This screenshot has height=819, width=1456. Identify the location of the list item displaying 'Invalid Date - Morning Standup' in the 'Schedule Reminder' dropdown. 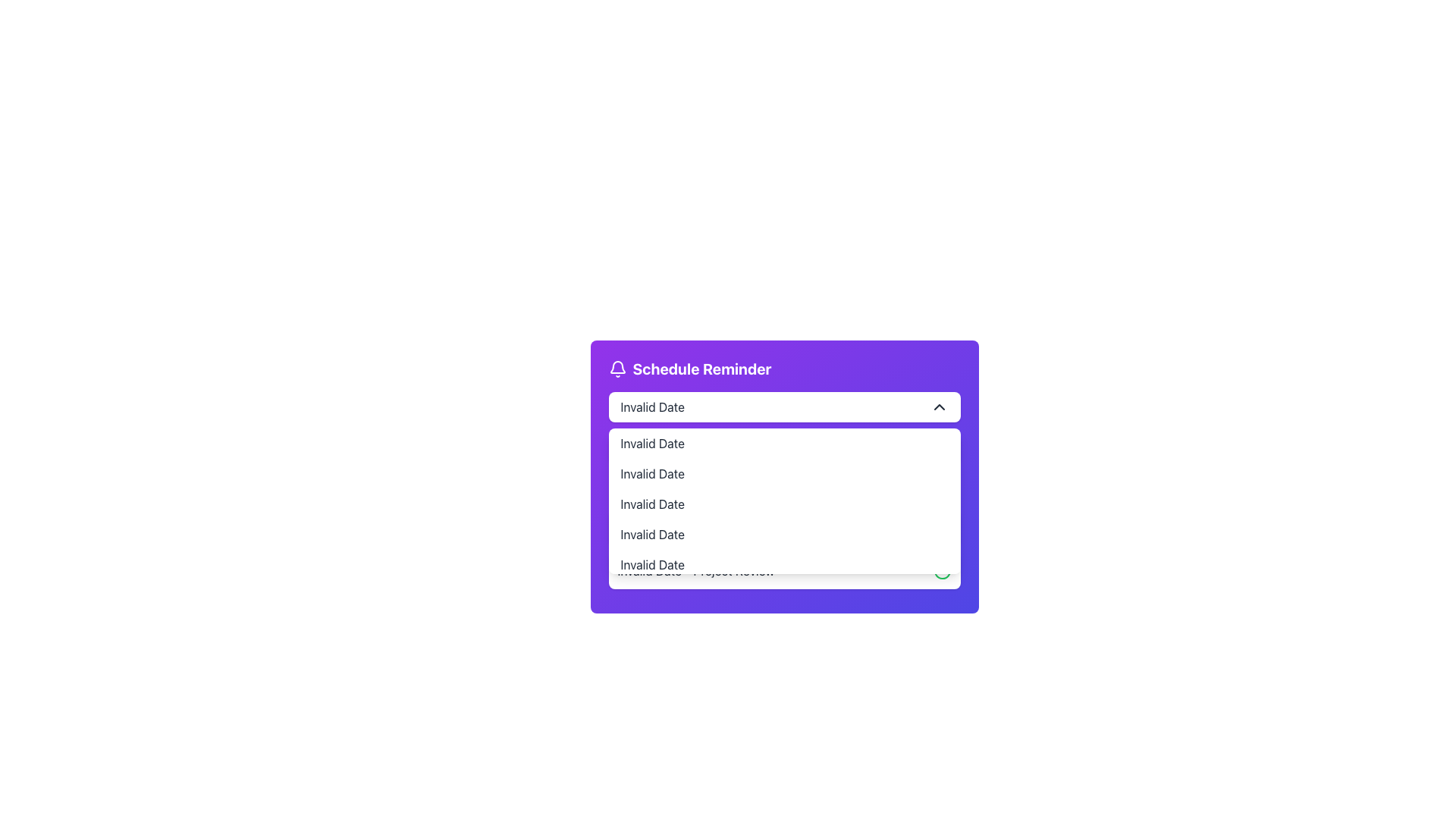
(784, 528).